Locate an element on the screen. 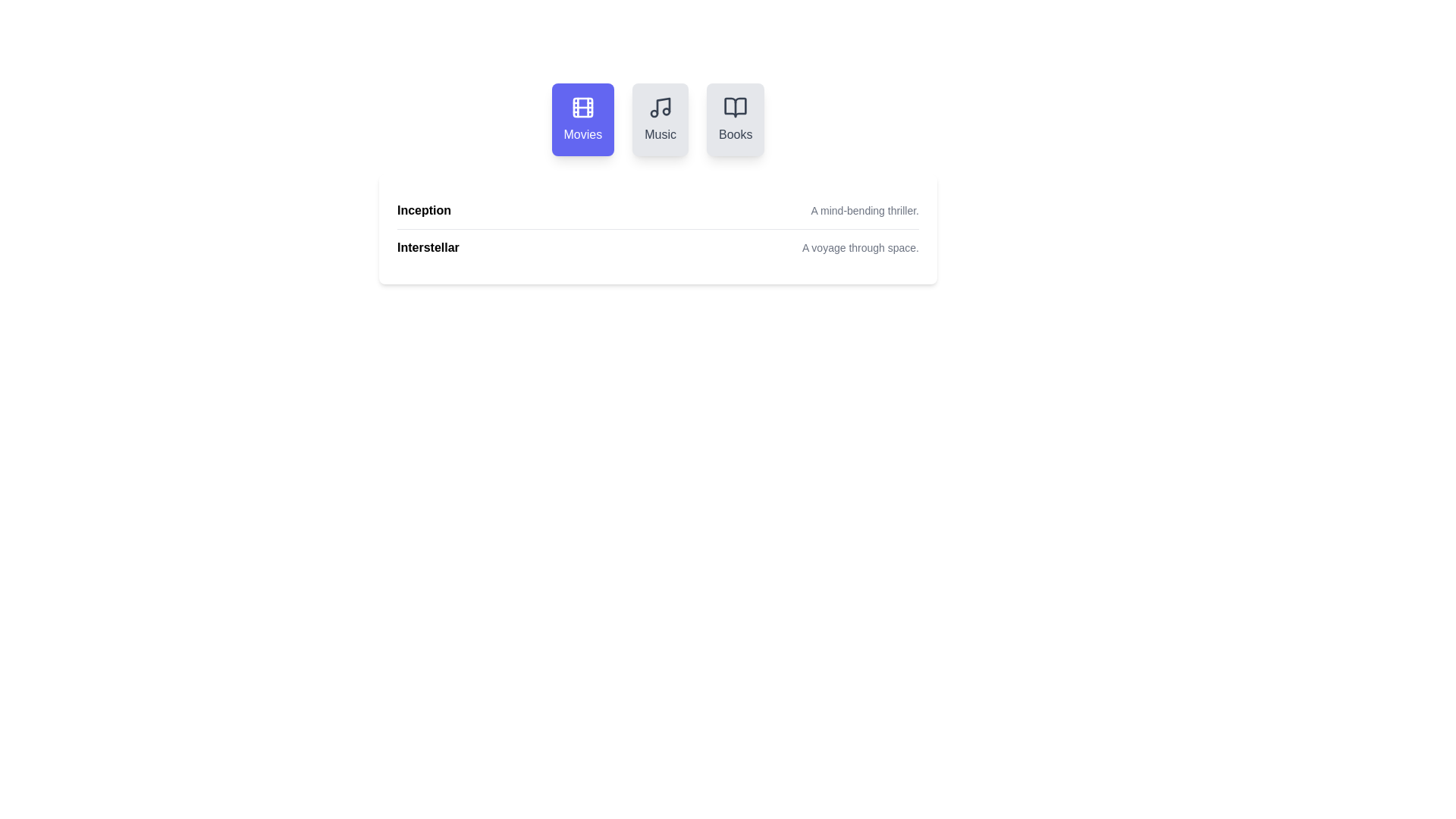 This screenshot has height=819, width=1456. the Music tab is located at coordinates (661, 119).